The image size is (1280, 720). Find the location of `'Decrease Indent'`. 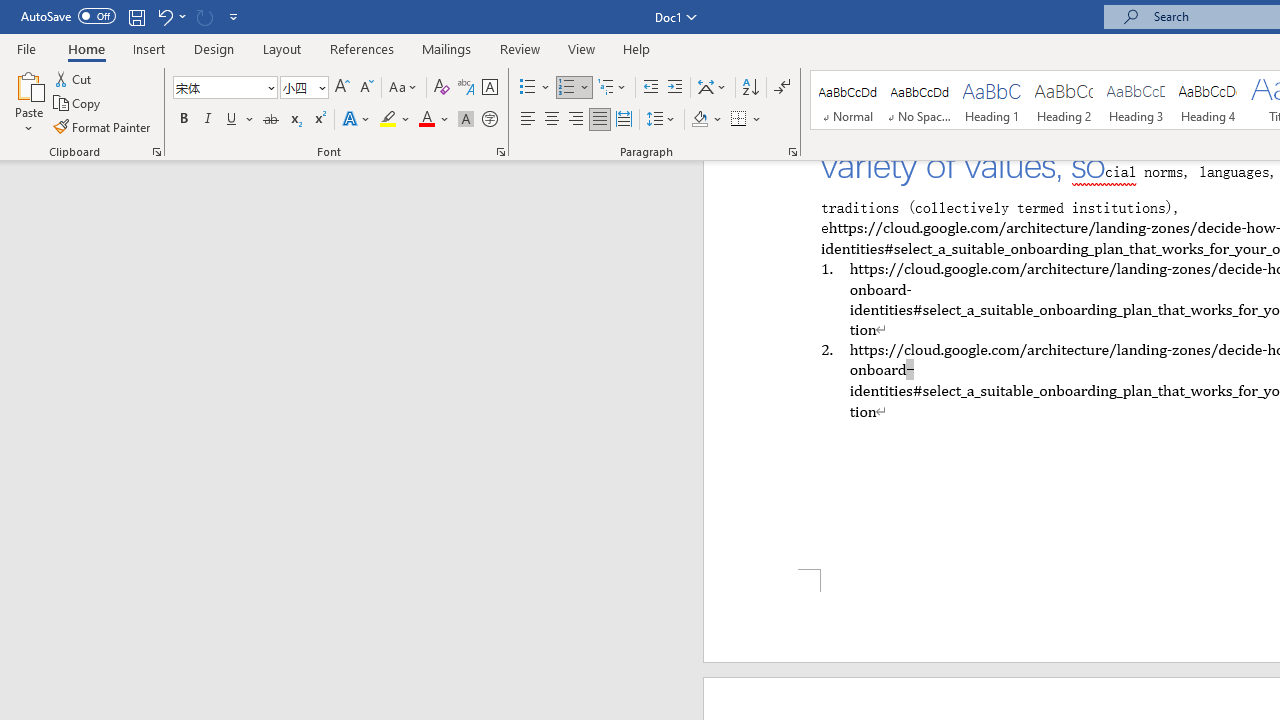

'Decrease Indent' is located at coordinates (650, 86).